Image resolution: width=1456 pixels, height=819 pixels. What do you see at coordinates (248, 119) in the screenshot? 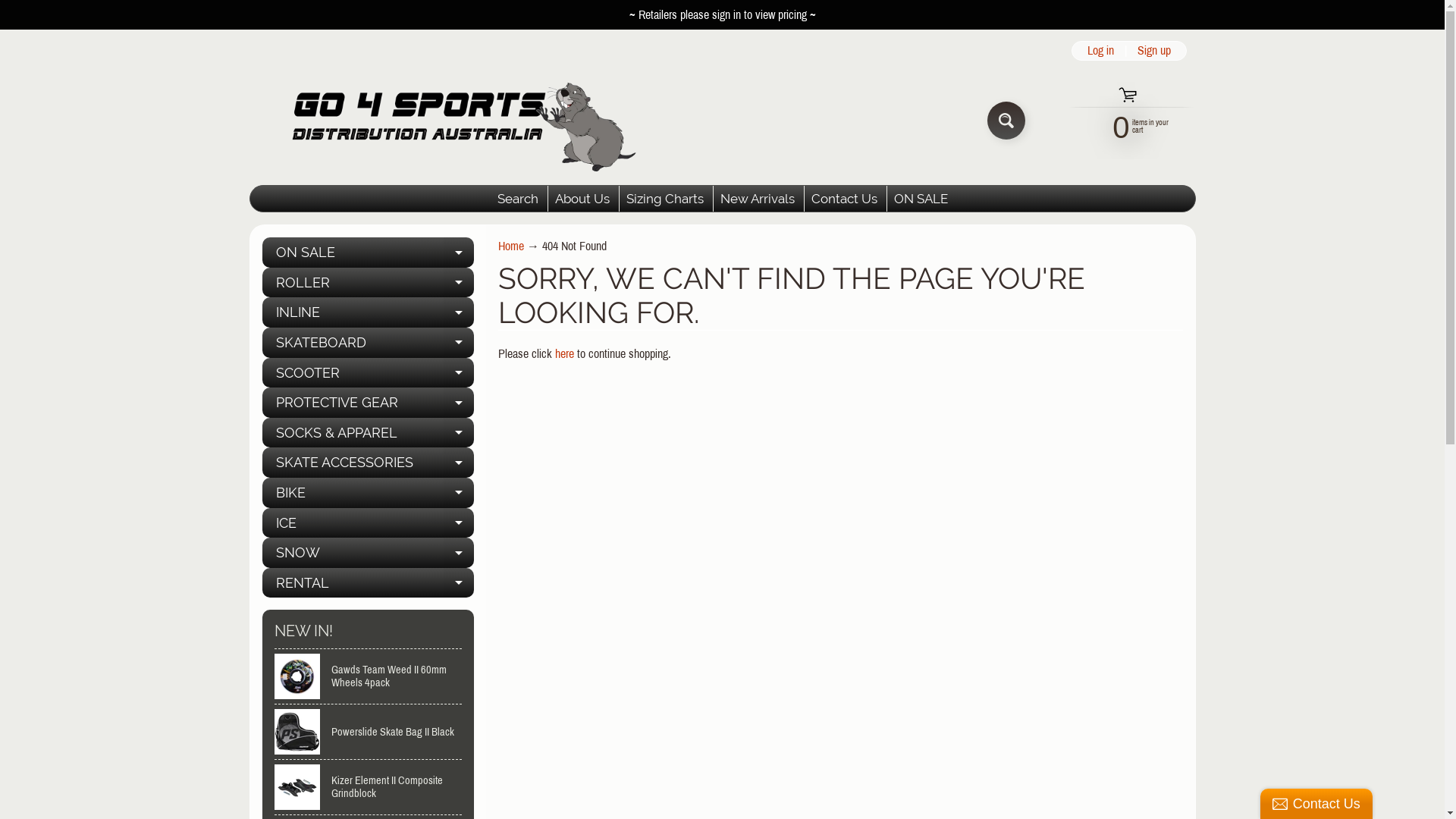
I see `'Go 4 Sports Distribution Australia'` at bounding box center [248, 119].